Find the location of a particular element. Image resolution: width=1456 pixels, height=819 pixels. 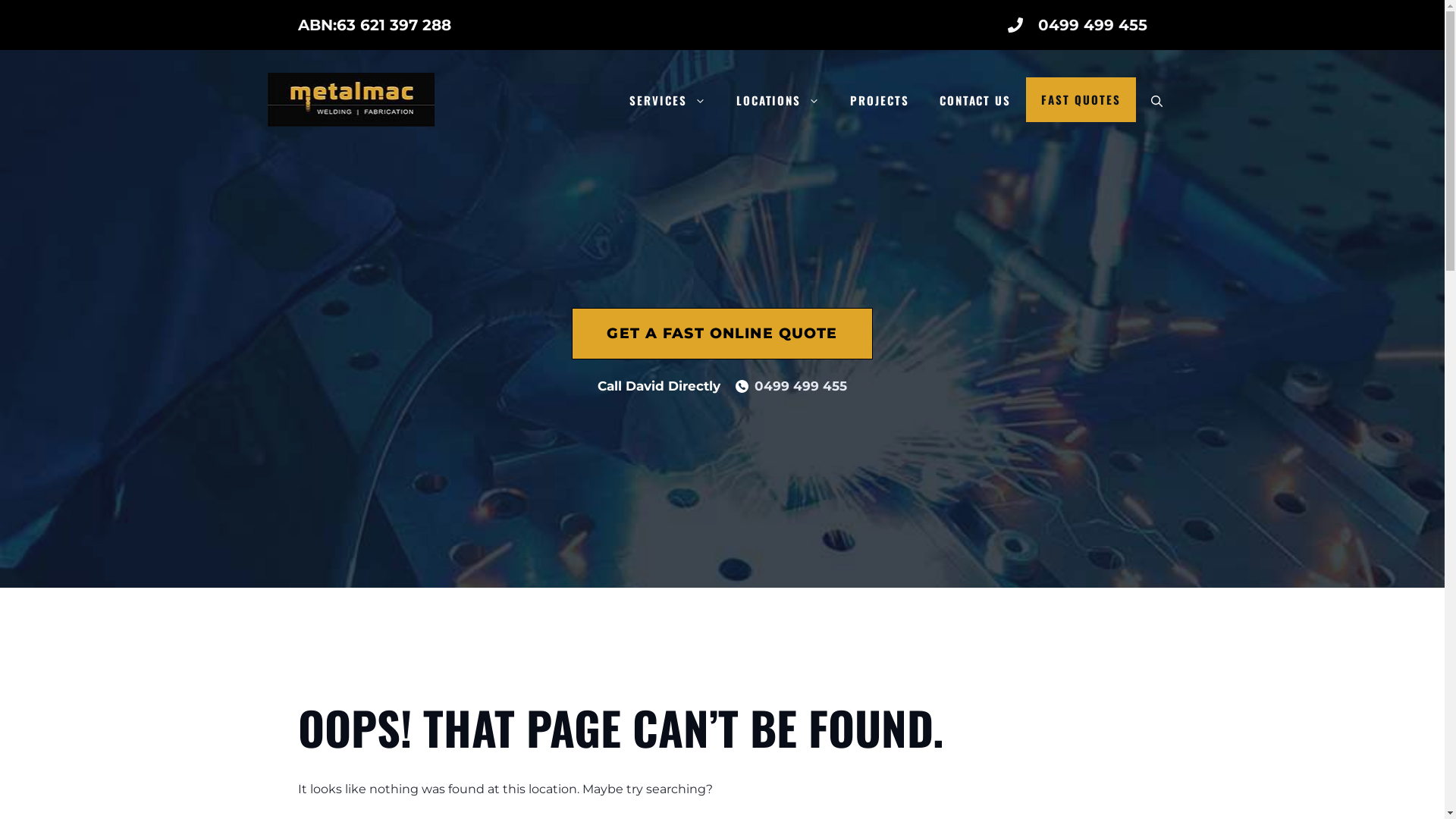

'CONTACT US' is located at coordinates (975, 99).